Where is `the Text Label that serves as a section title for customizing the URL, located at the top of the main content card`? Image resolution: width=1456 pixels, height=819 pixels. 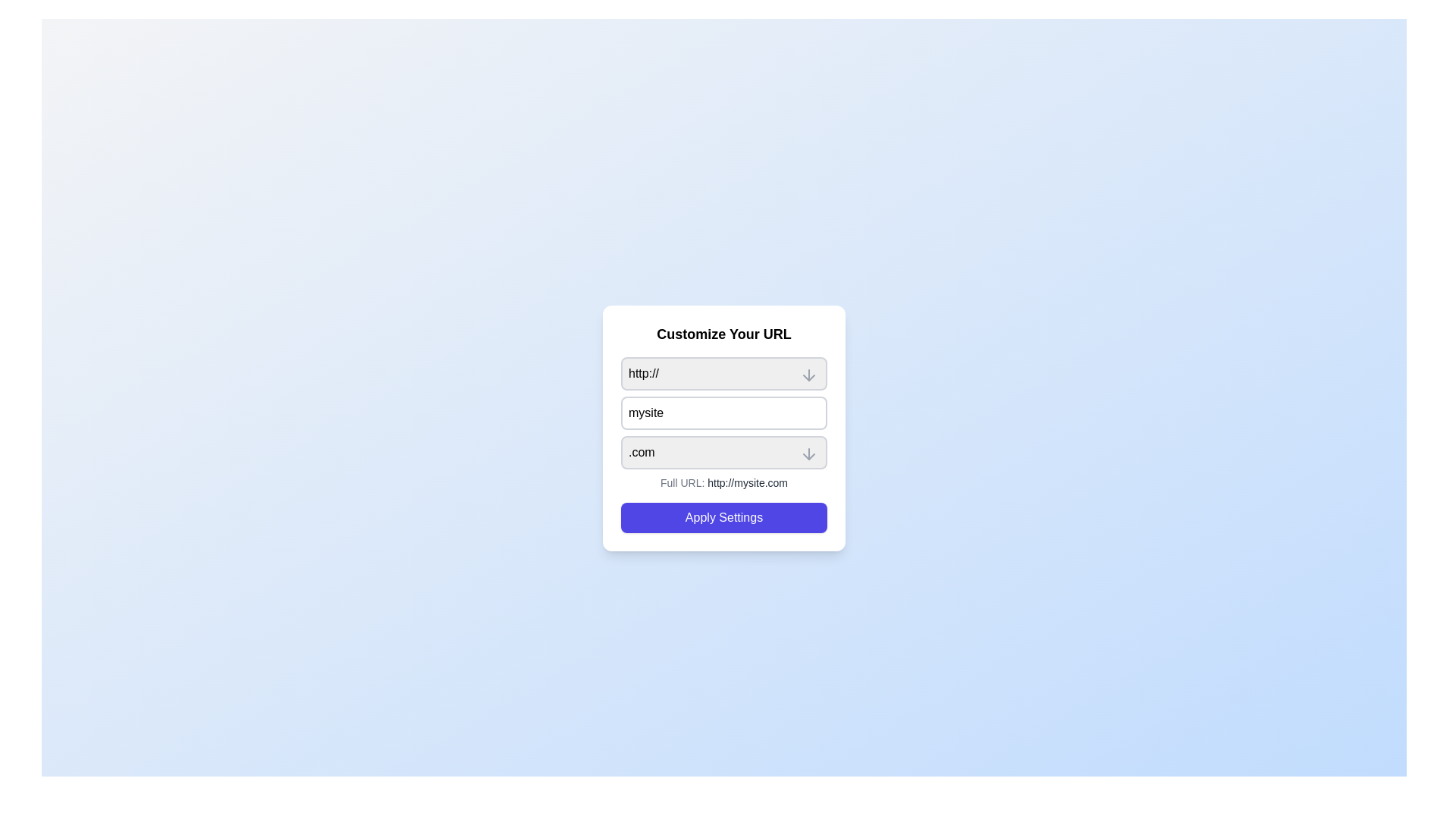
the Text Label that serves as a section title for customizing the URL, located at the top of the main content card is located at coordinates (723, 333).